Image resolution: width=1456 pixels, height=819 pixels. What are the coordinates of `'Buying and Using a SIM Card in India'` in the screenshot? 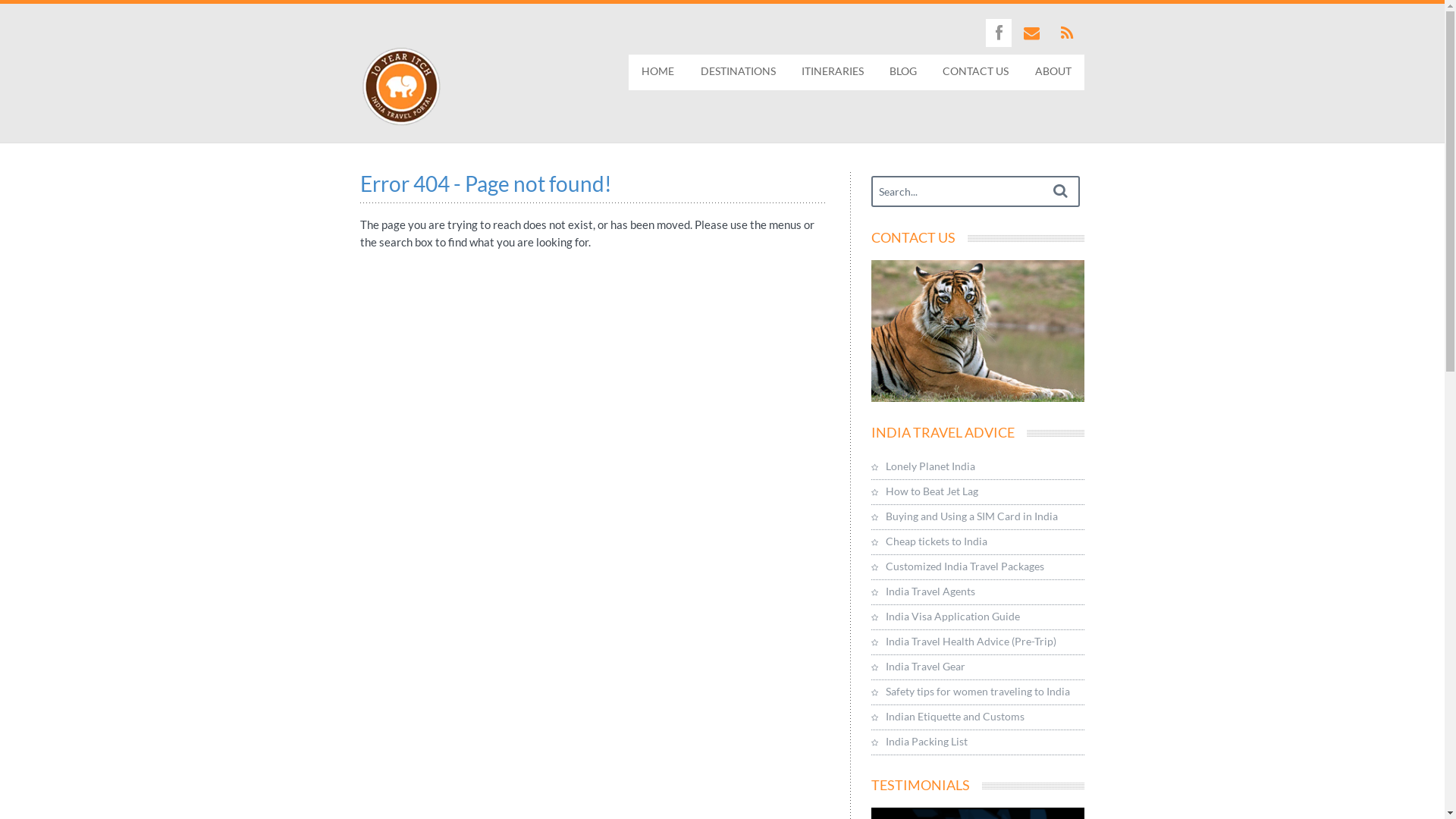 It's located at (977, 516).